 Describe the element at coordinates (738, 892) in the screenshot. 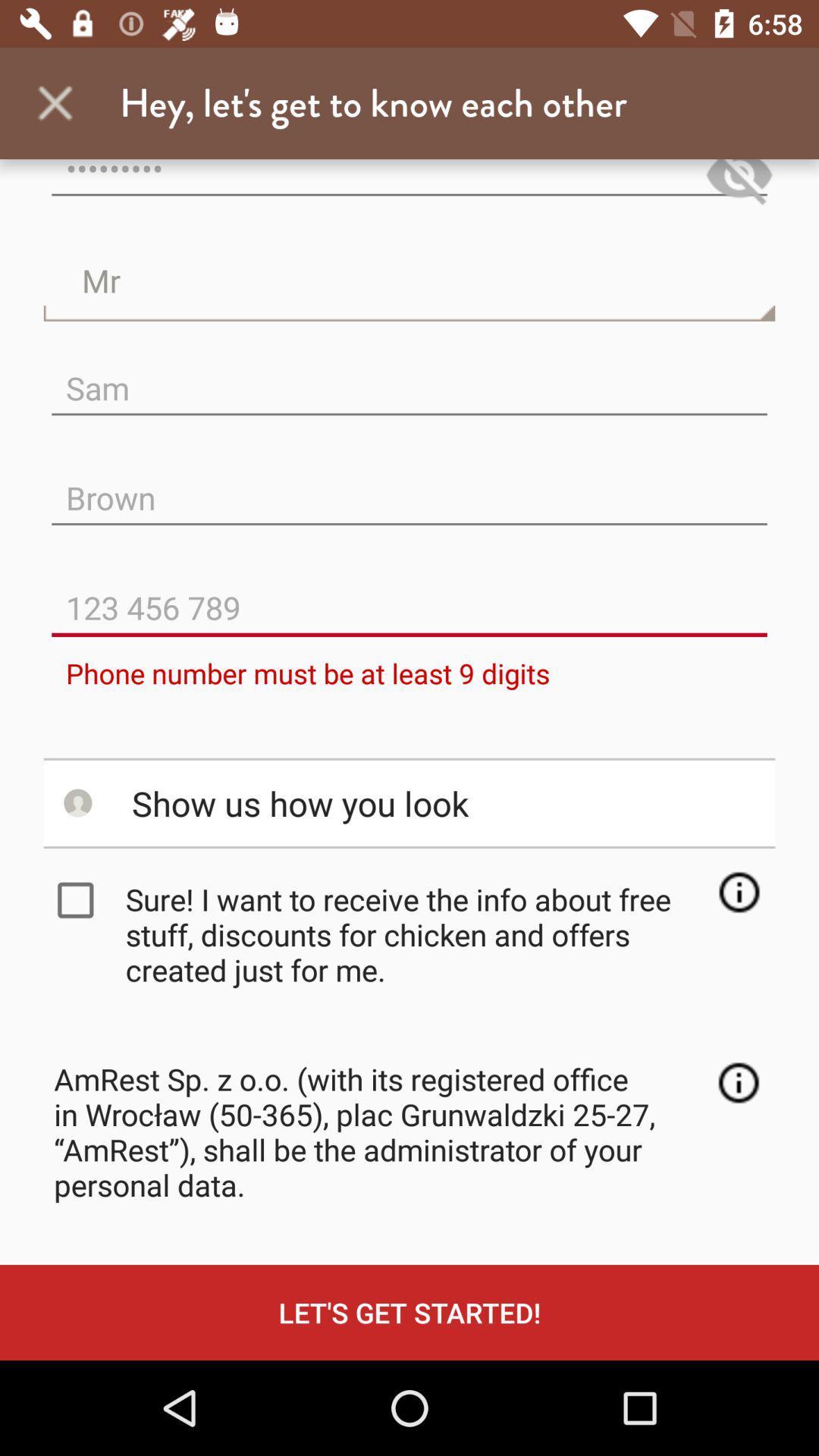

I see `see more information` at that location.